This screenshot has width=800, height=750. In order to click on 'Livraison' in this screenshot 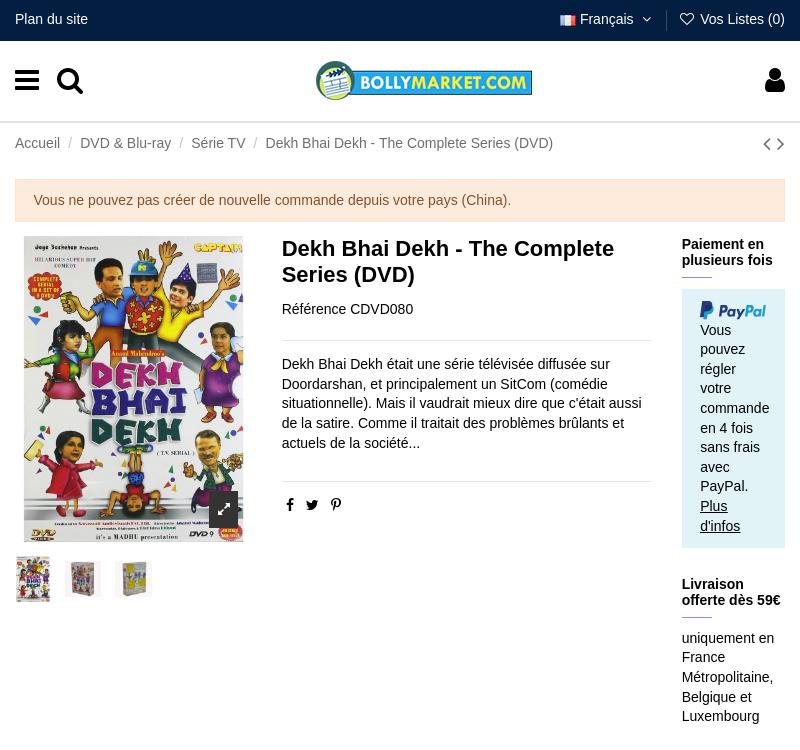, I will do `click(453, 701)`.